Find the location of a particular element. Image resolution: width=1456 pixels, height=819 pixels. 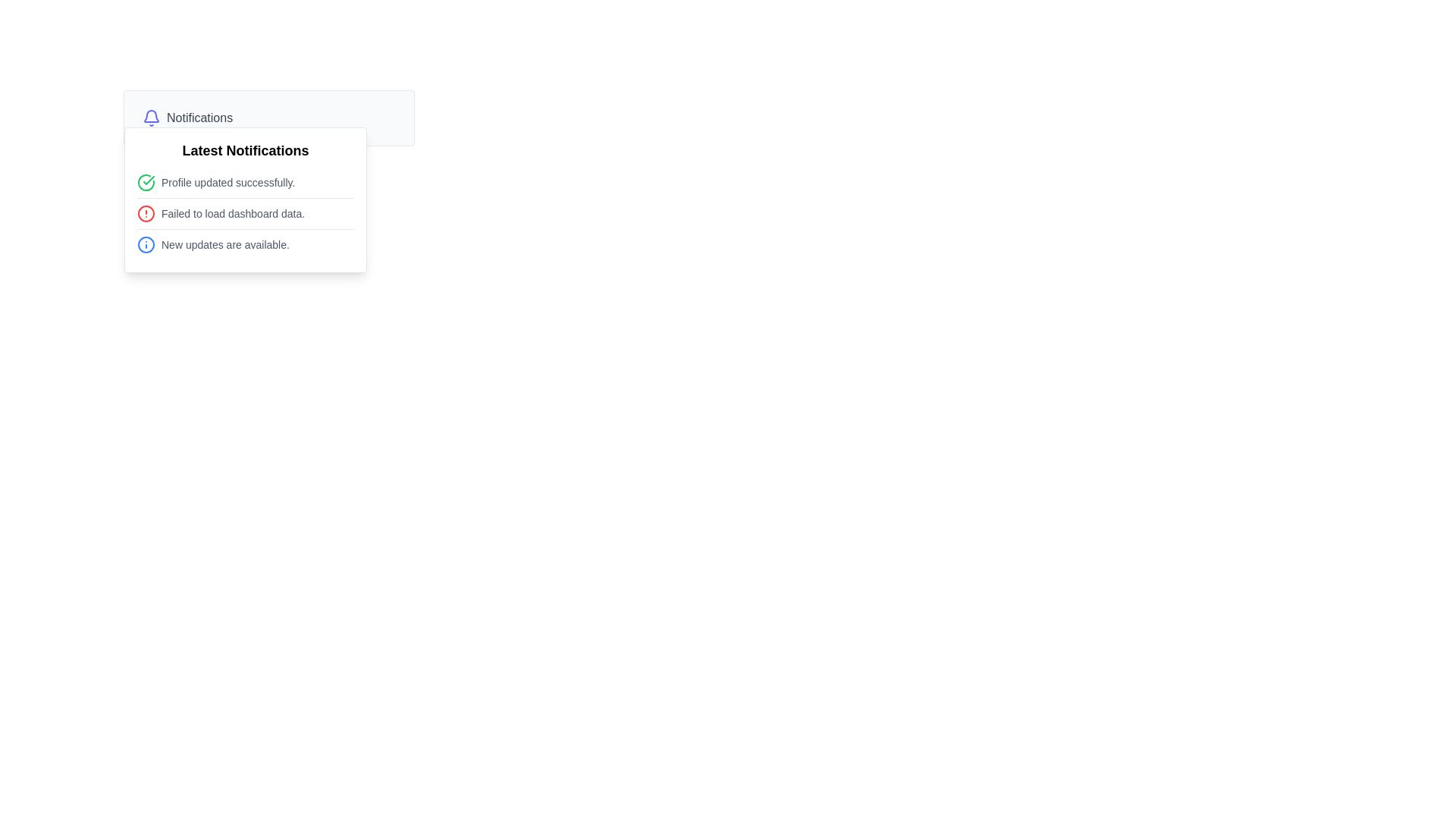

the success status icon located in the top-left corner of the notification area that indicates 'Profile updated successfully' is located at coordinates (146, 181).